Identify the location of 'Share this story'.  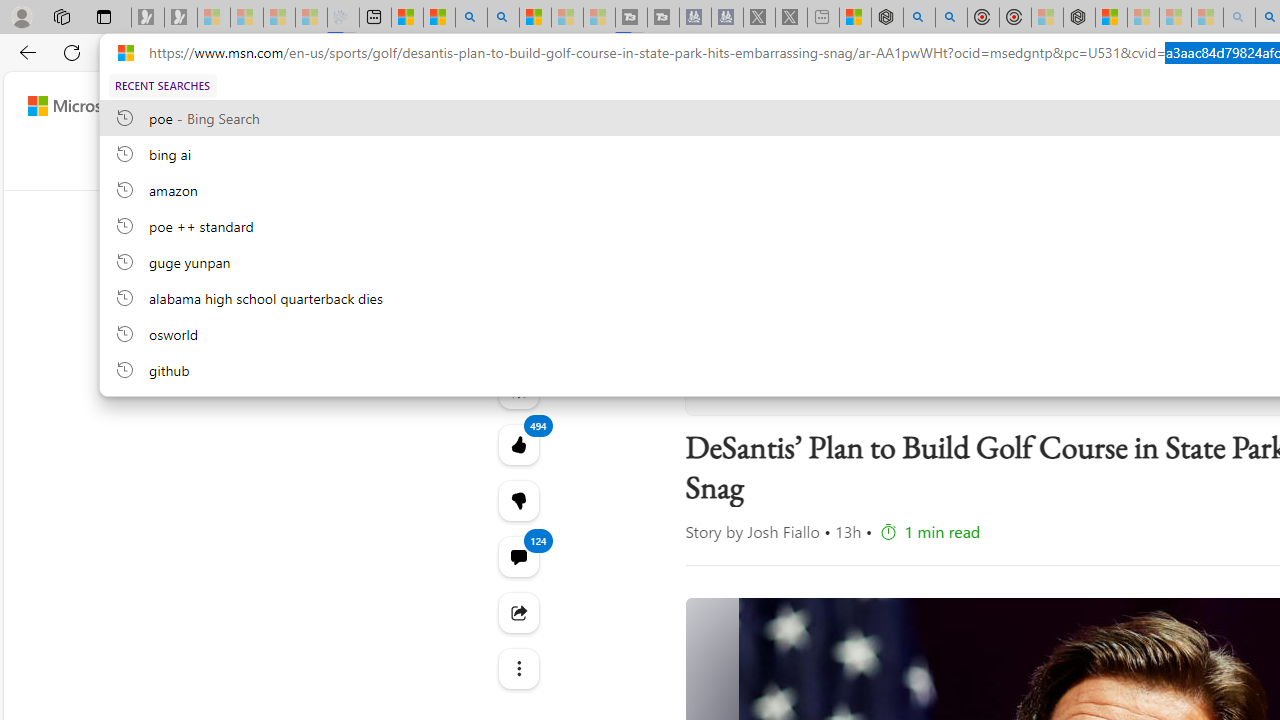
(518, 612).